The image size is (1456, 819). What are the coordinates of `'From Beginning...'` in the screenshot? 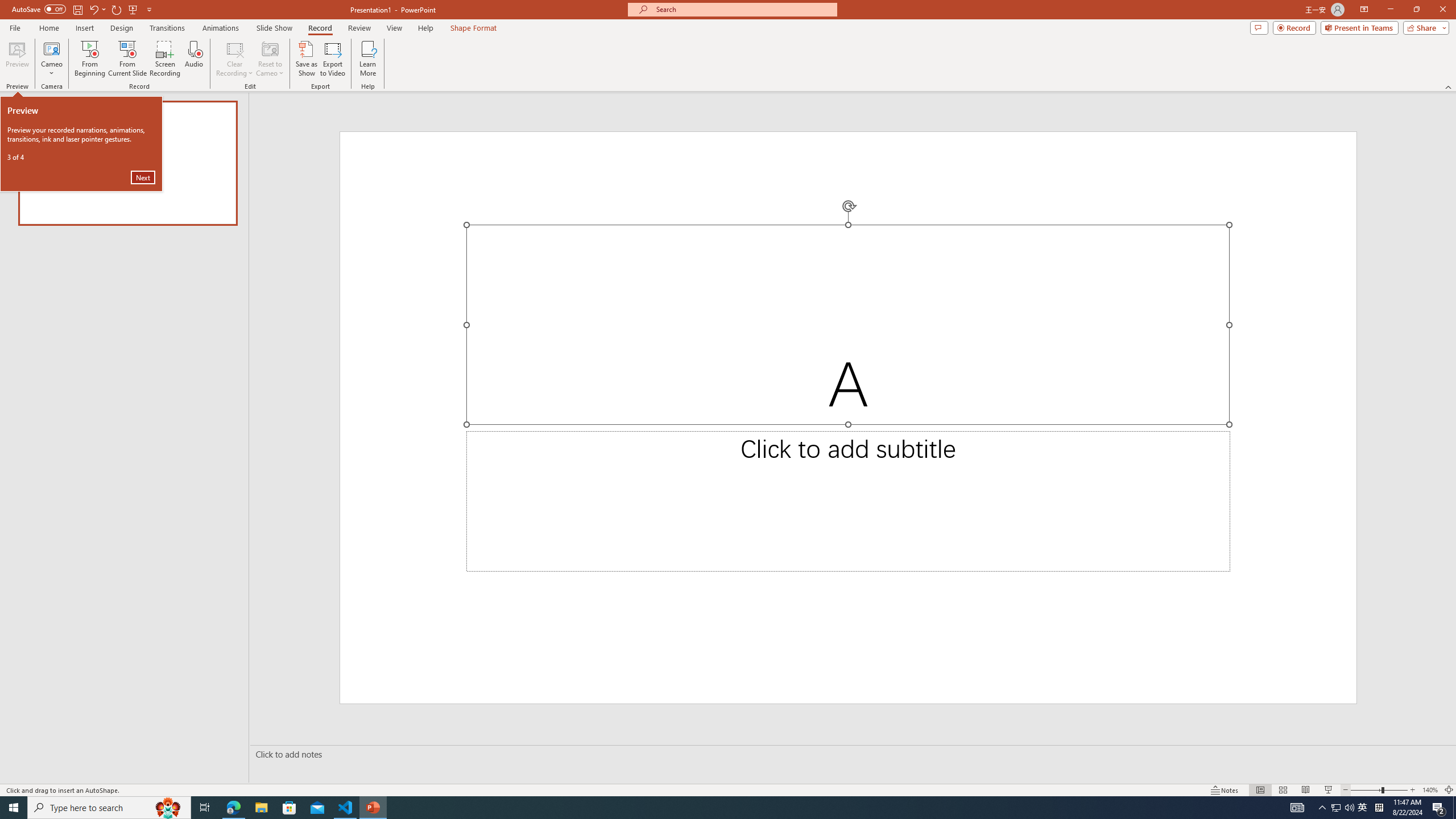 It's located at (89, 59).